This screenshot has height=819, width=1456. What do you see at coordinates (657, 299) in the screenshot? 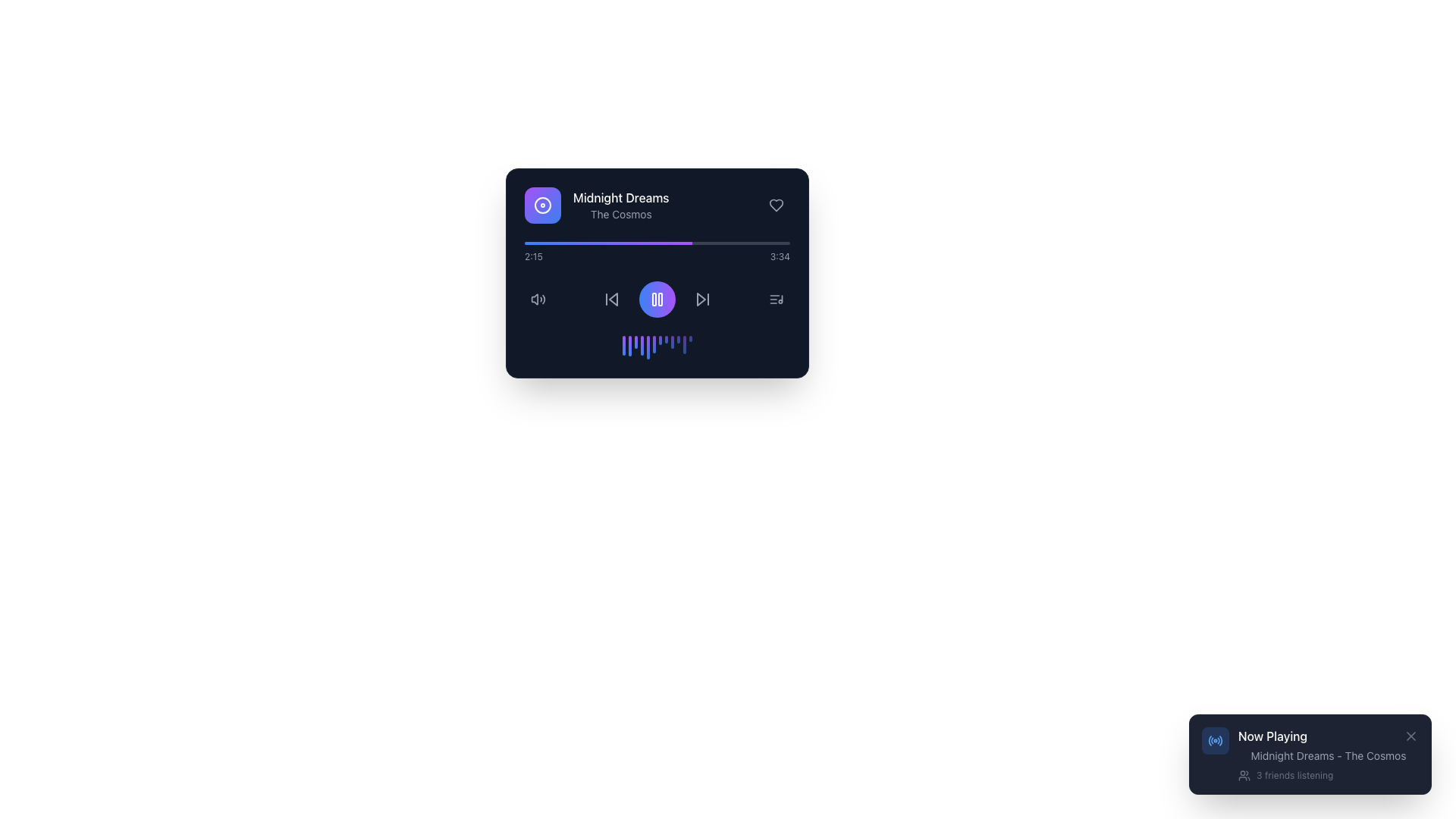
I see `the circular button with a gradient background and a pause symbol in the center for visual feedback` at bounding box center [657, 299].